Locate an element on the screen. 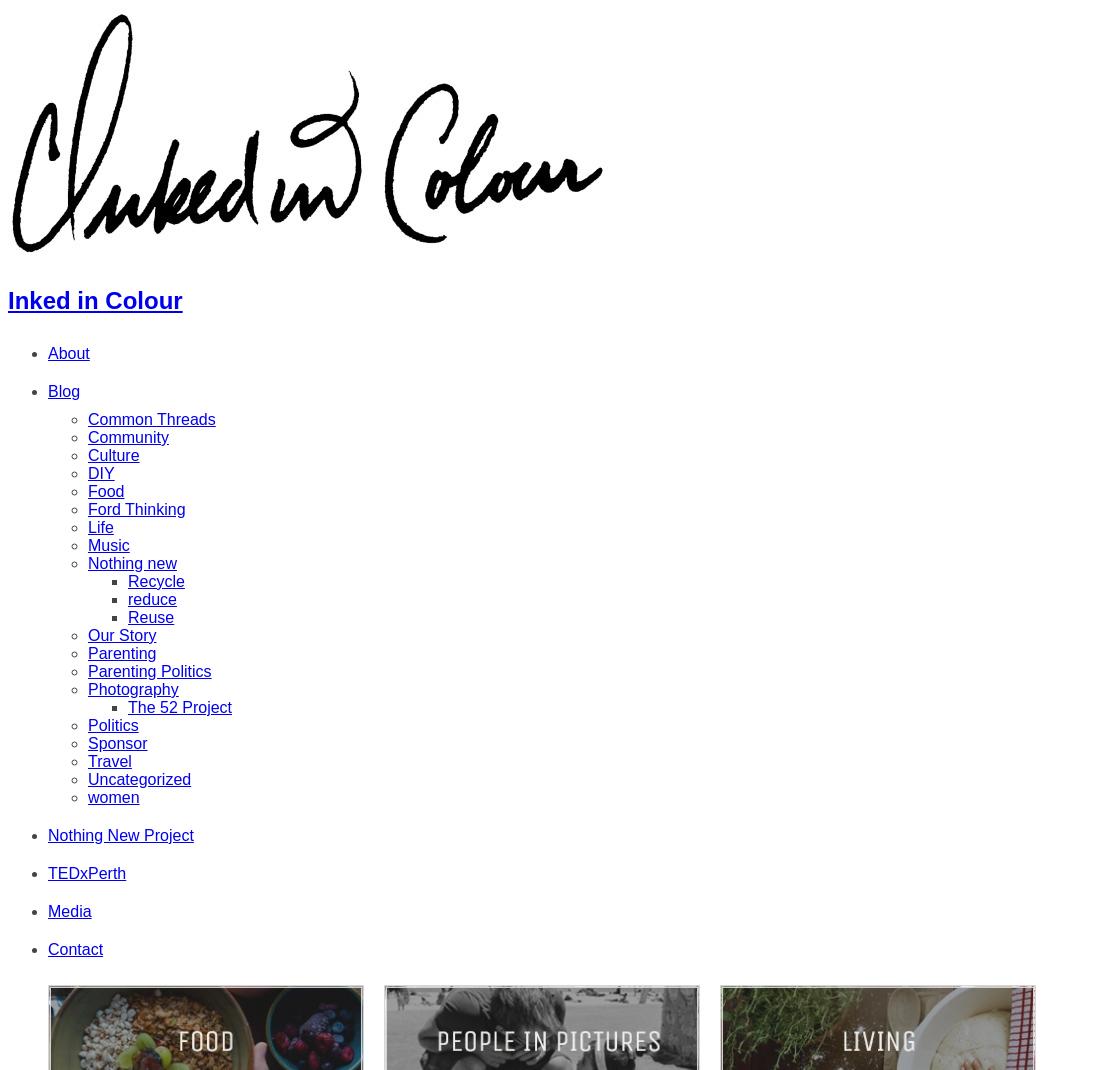 This screenshot has height=1070, width=1100. 'Nothing New Project' is located at coordinates (120, 834).